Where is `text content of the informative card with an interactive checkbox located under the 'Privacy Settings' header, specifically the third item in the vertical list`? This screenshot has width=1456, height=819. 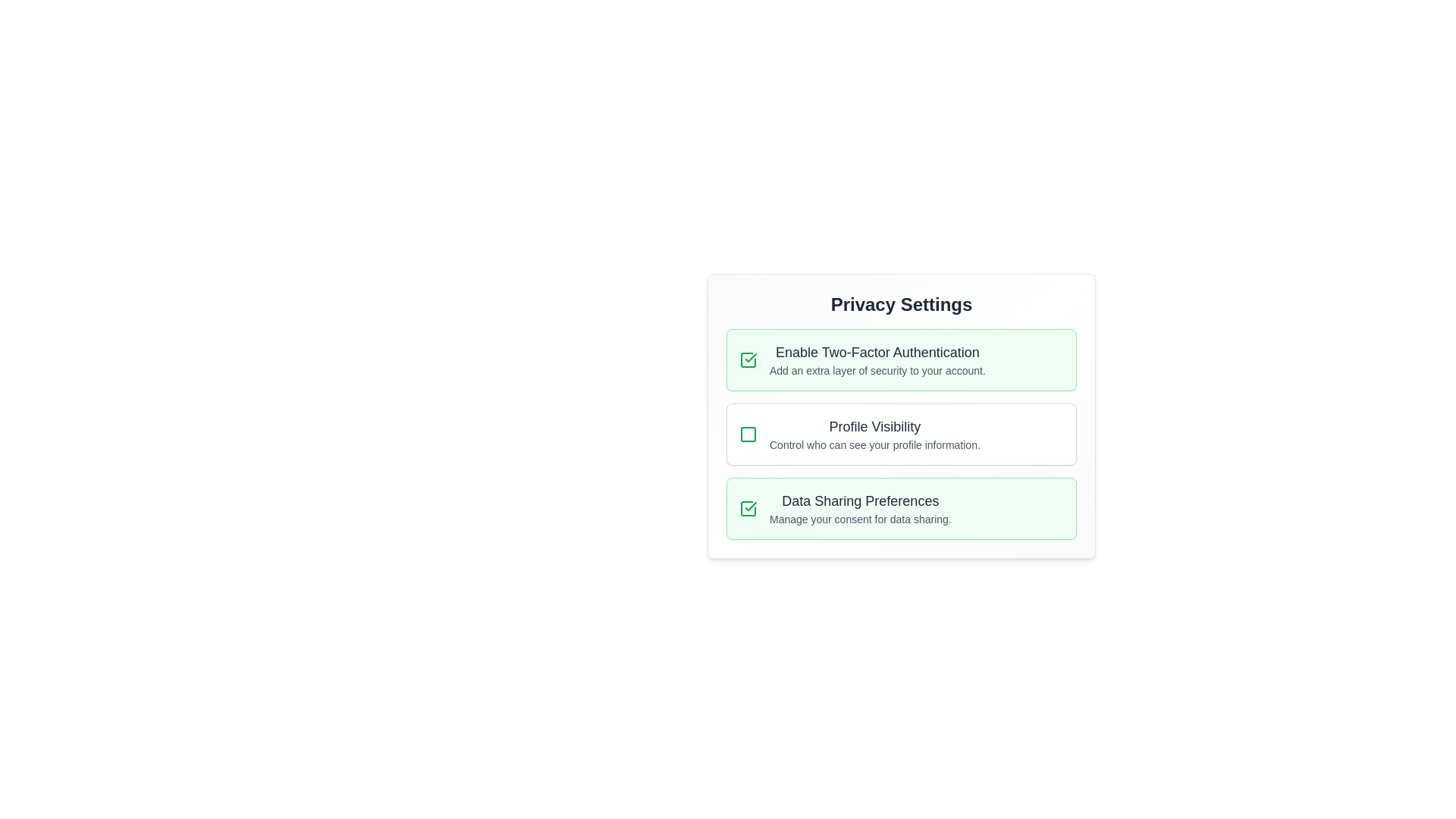
text content of the informative card with an interactive checkbox located under the 'Privacy Settings' header, specifically the third item in the vertical list is located at coordinates (902, 509).